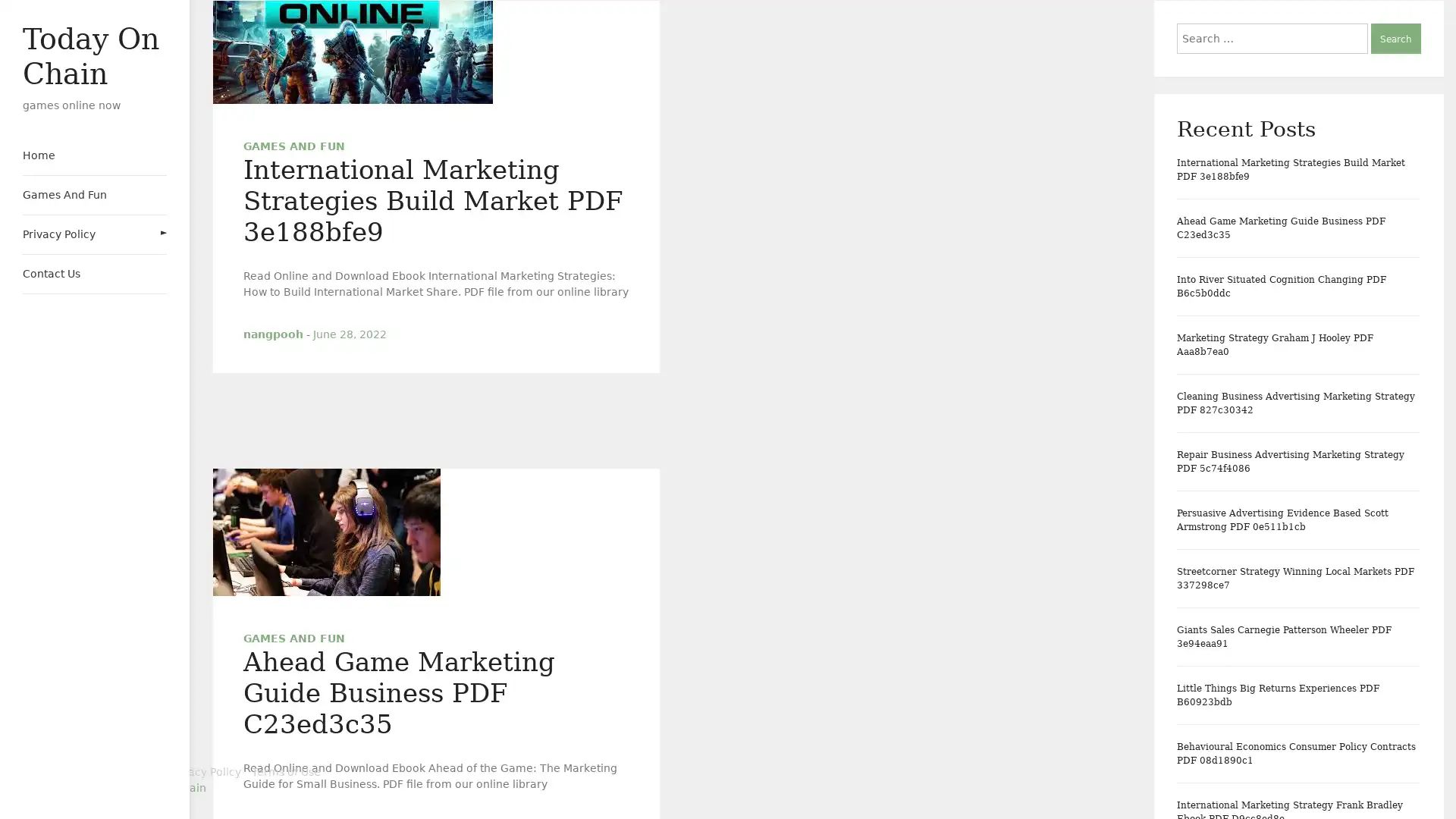 The width and height of the screenshot is (1456, 819). Describe the element at coordinates (1395, 37) in the screenshot. I see `Search` at that location.